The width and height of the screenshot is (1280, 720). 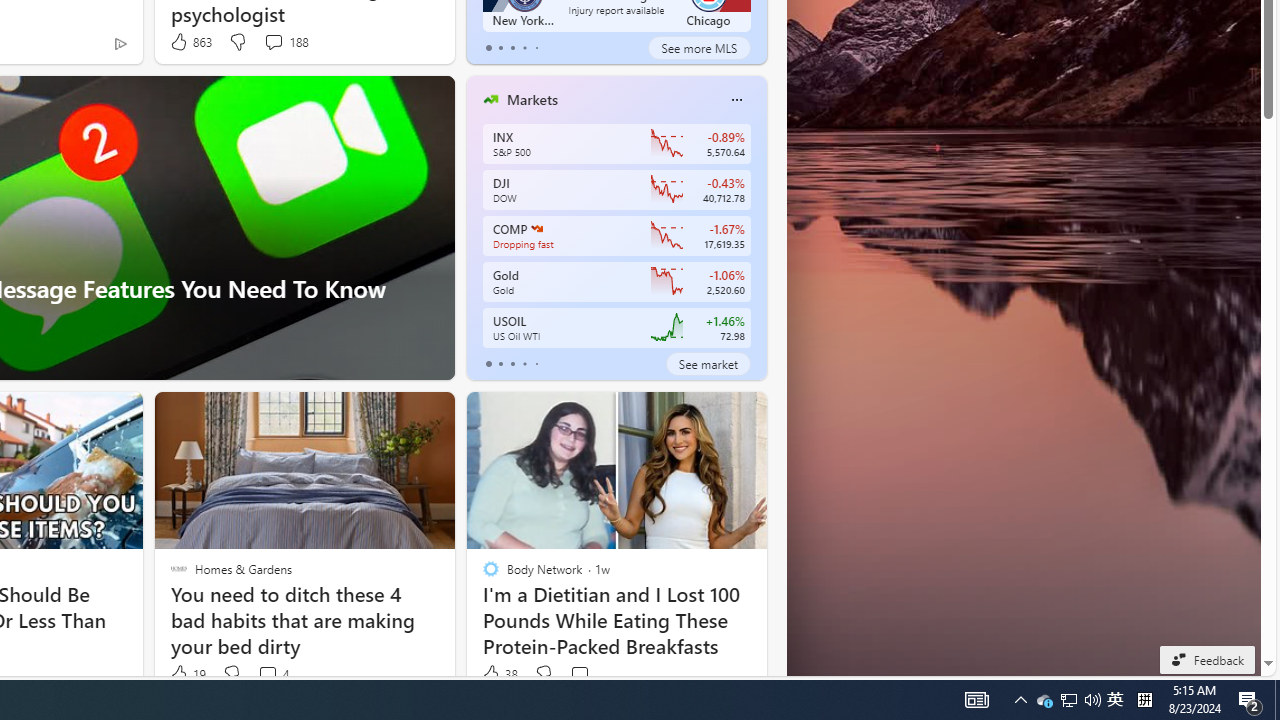 I want to click on '863 Like', so click(x=190, y=42).